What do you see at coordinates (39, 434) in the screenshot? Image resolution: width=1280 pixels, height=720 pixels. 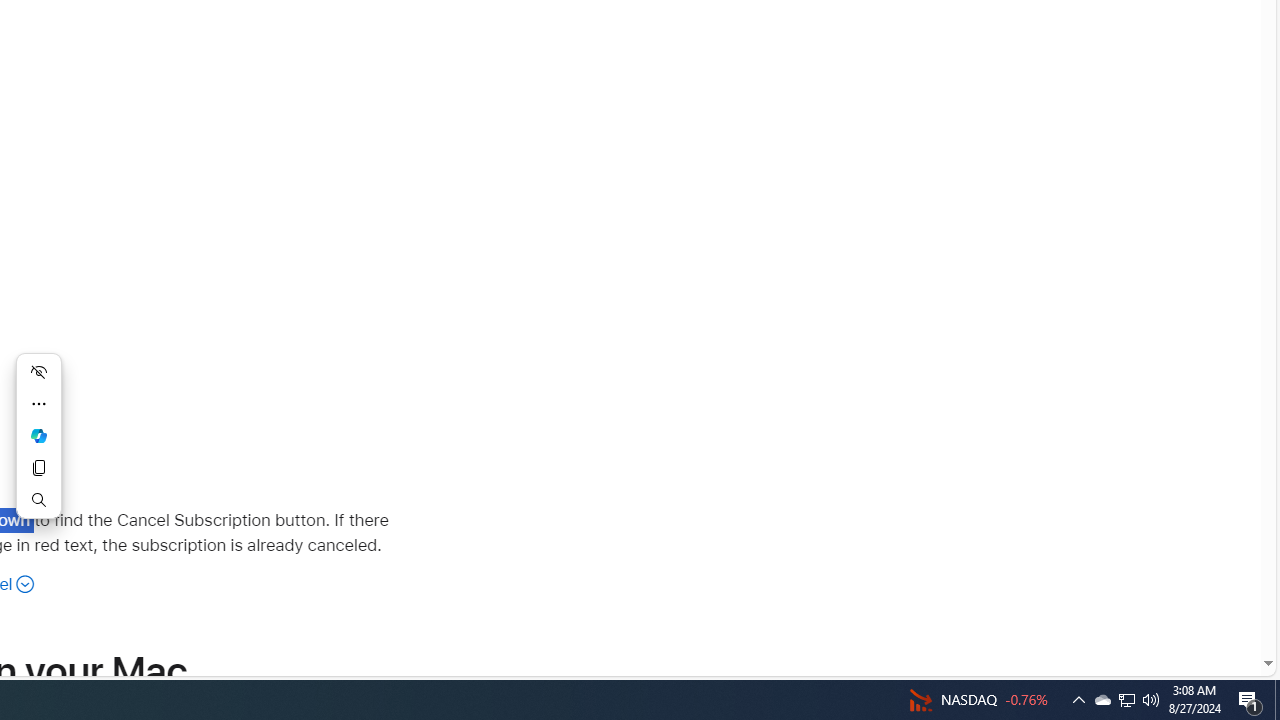 I see `'Mini menu on text selection'` at bounding box center [39, 434].